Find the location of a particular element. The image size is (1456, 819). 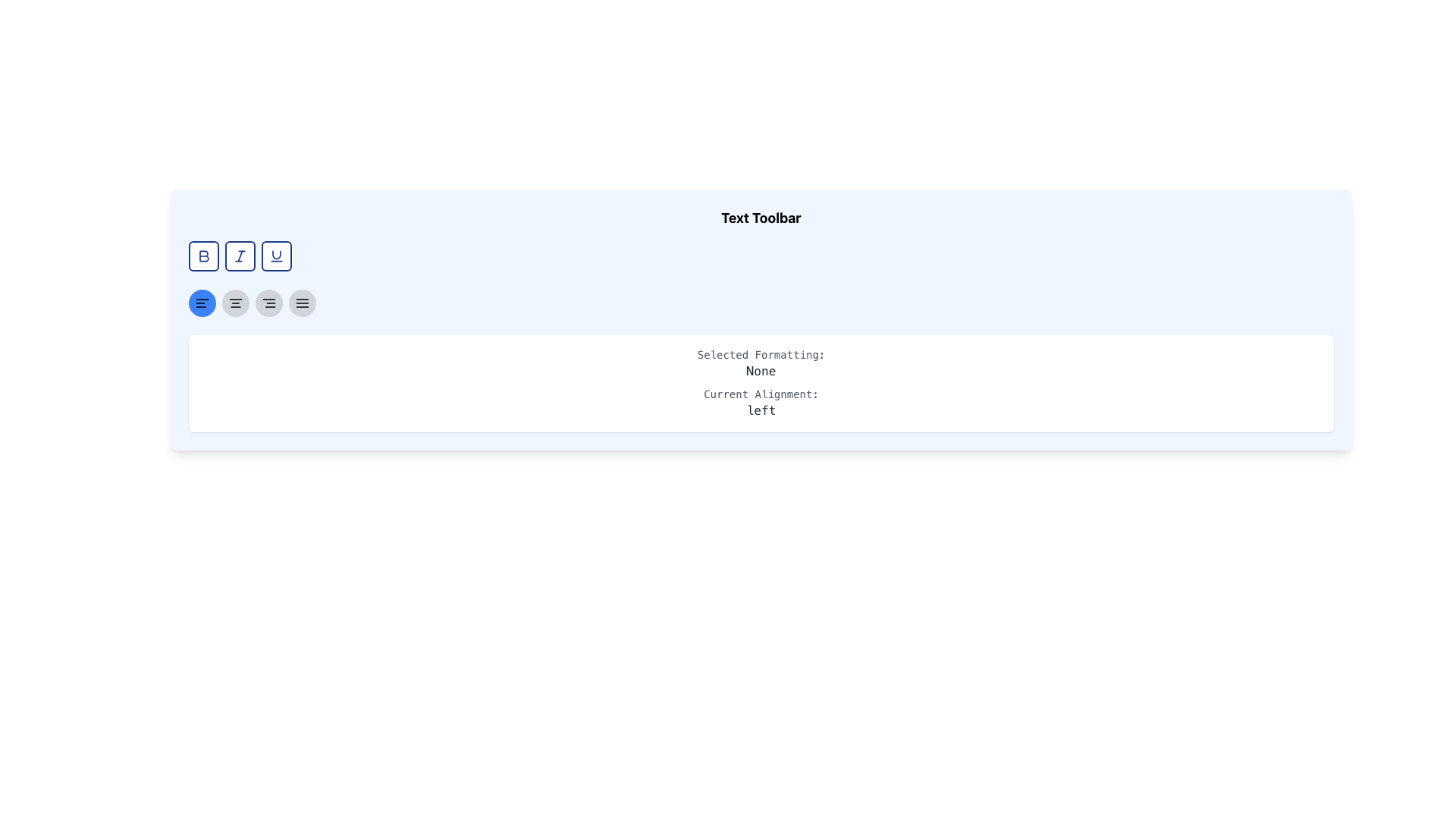

the first button in the horizontal row of three buttons, which resembles a bold letter 'B', to apply bold formatting is located at coordinates (202, 256).